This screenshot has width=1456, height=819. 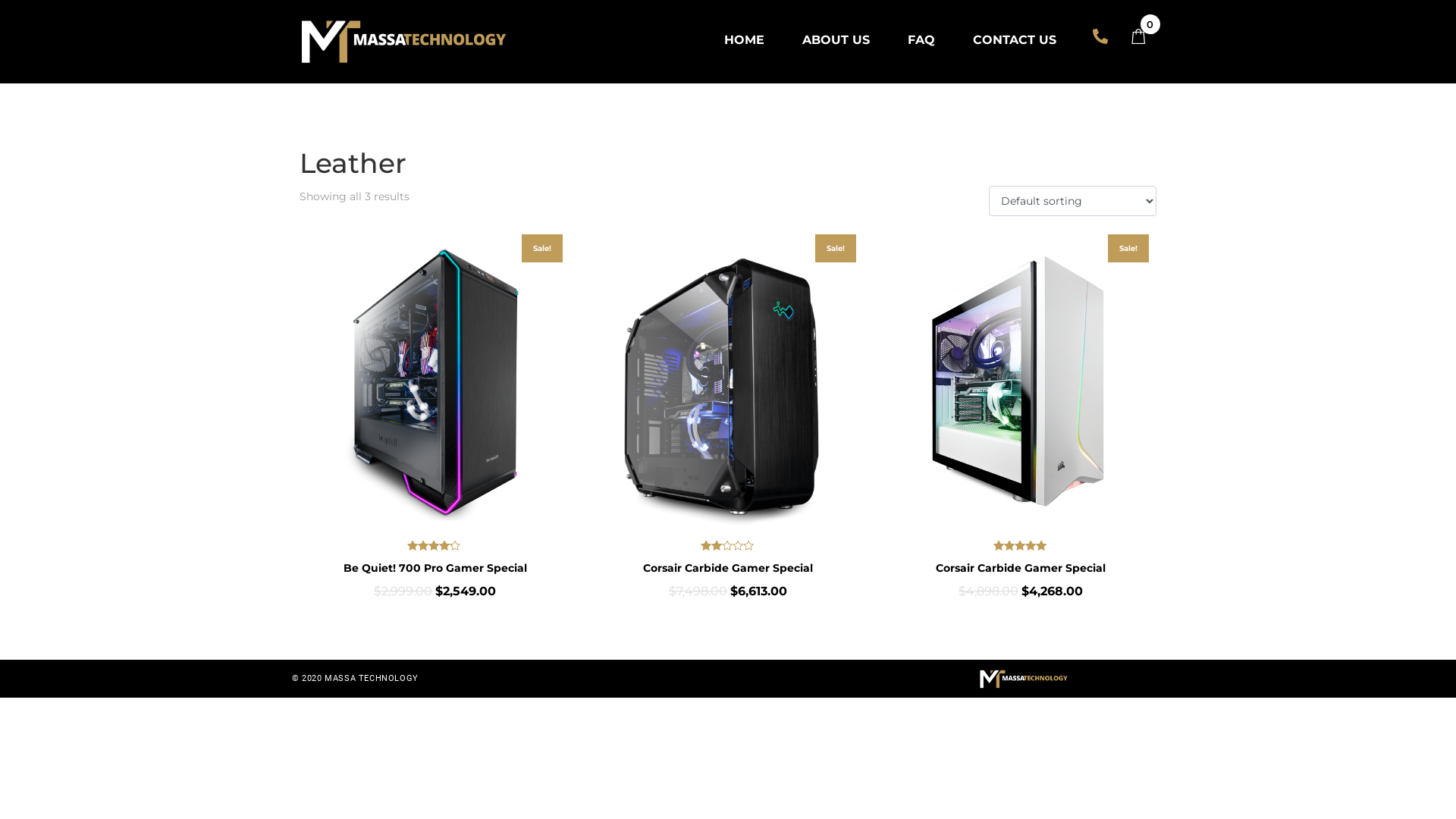 I want to click on 'FAQ', so click(x=920, y=39).